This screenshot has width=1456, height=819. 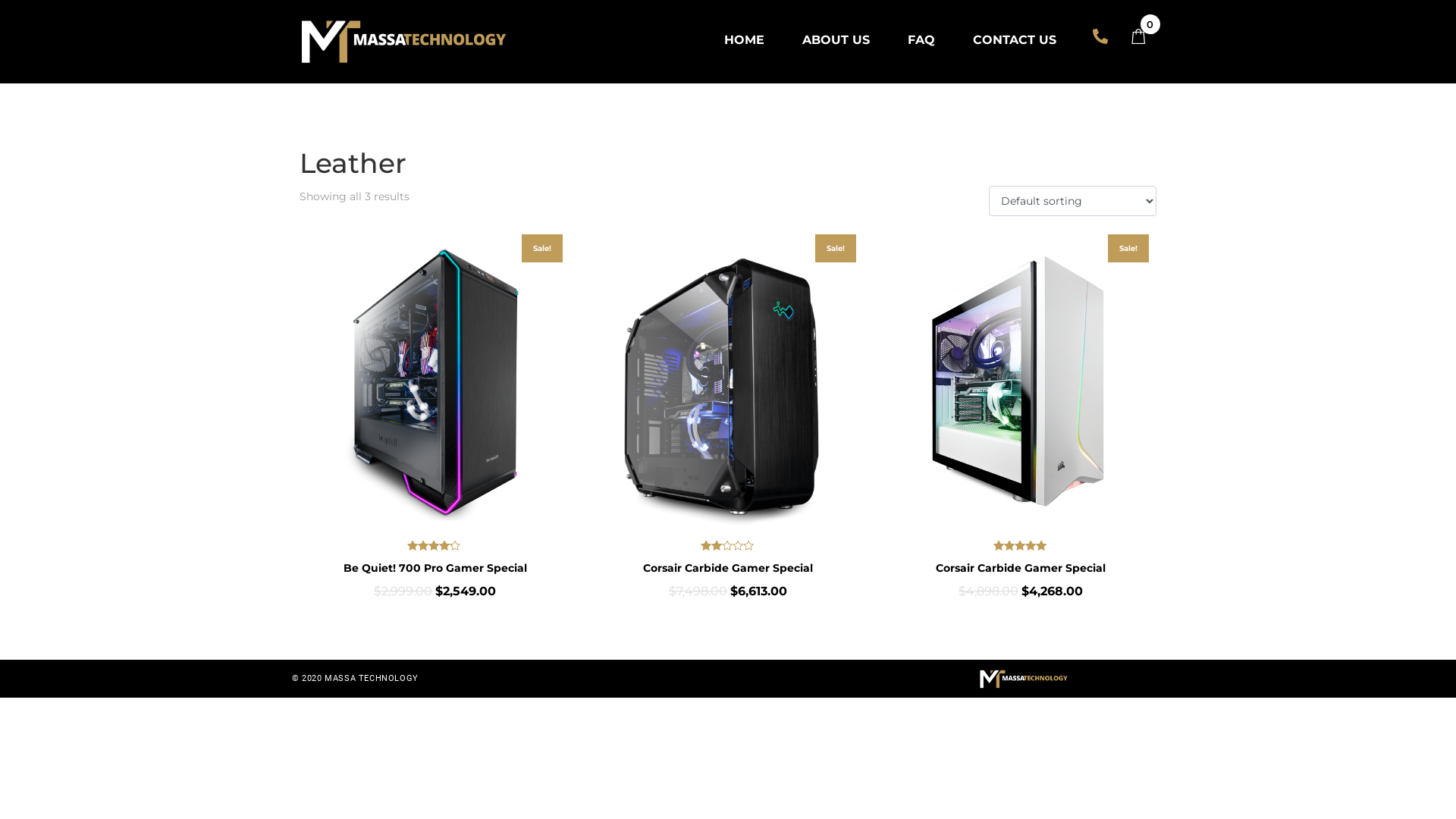 I want to click on 'FAQ', so click(x=920, y=39).